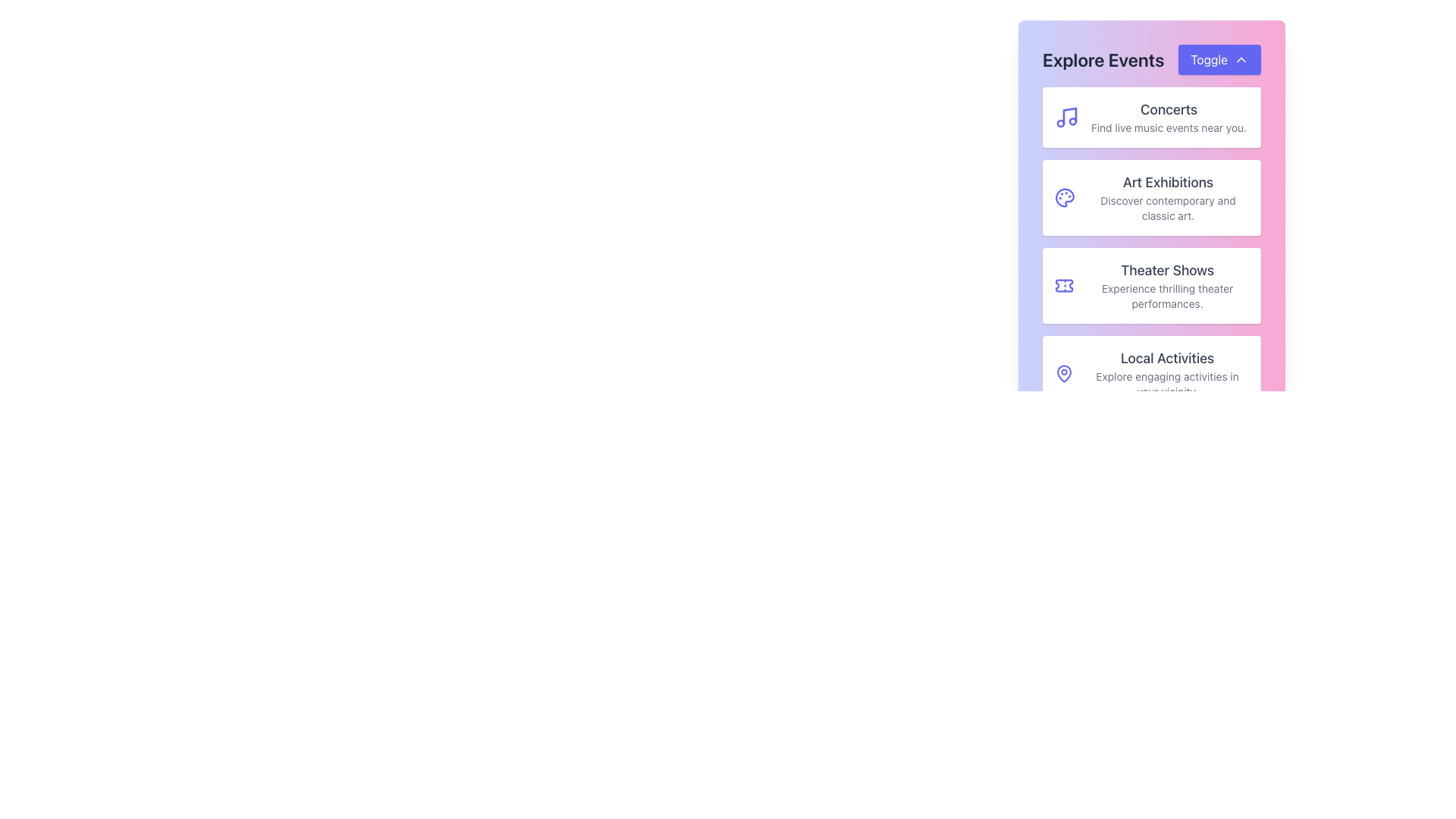 This screenshot has height=819, width=1456. I want to click on the descriptive text located directly beneath the bold header labeled 'Concerts', so click(1168, 127).